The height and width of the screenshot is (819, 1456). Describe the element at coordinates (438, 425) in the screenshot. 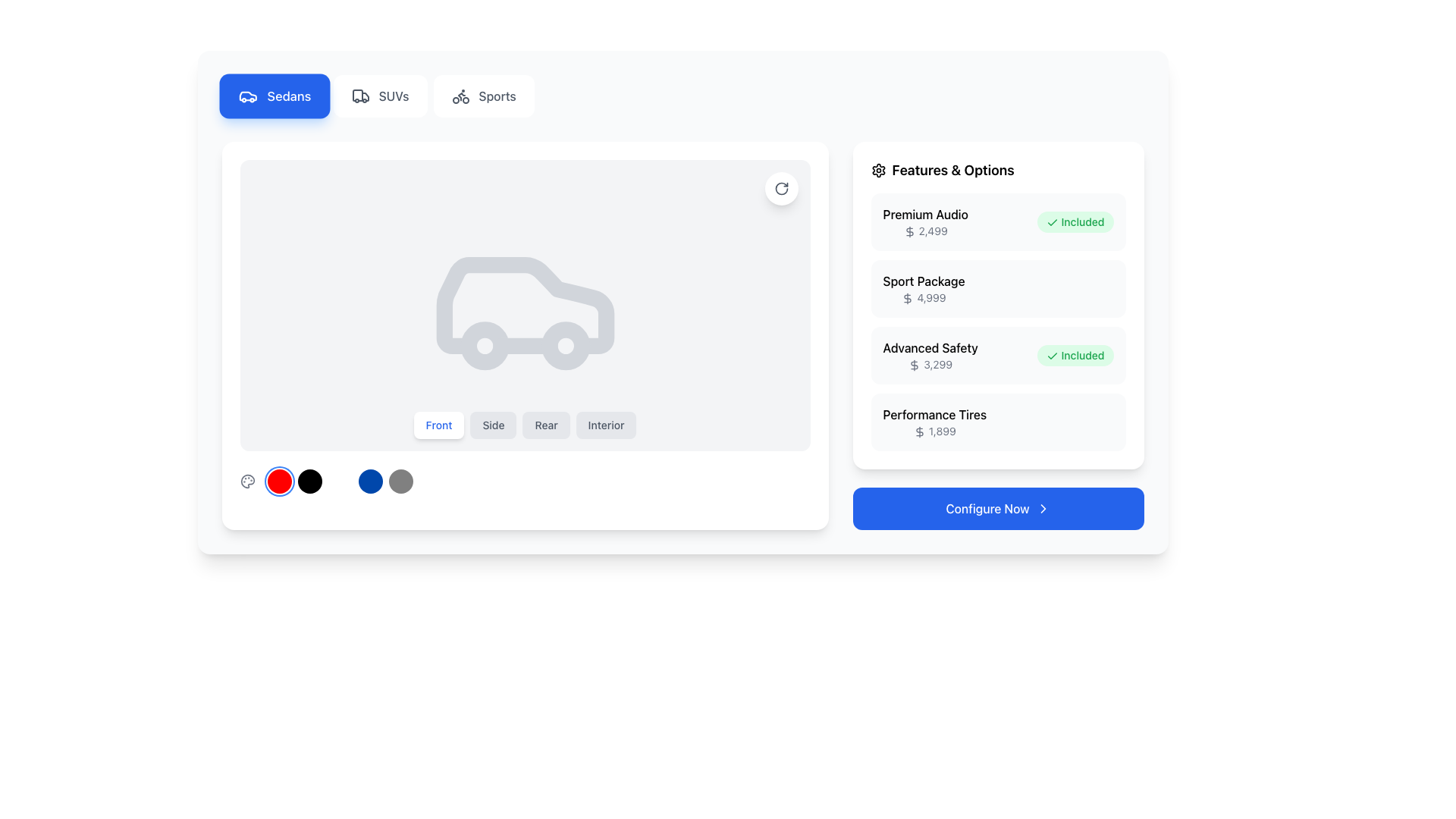

I see `the 'Front' button, which is a rounded rectangular button with a white background and blue text, to emphasize or highlight it visually` at that location.